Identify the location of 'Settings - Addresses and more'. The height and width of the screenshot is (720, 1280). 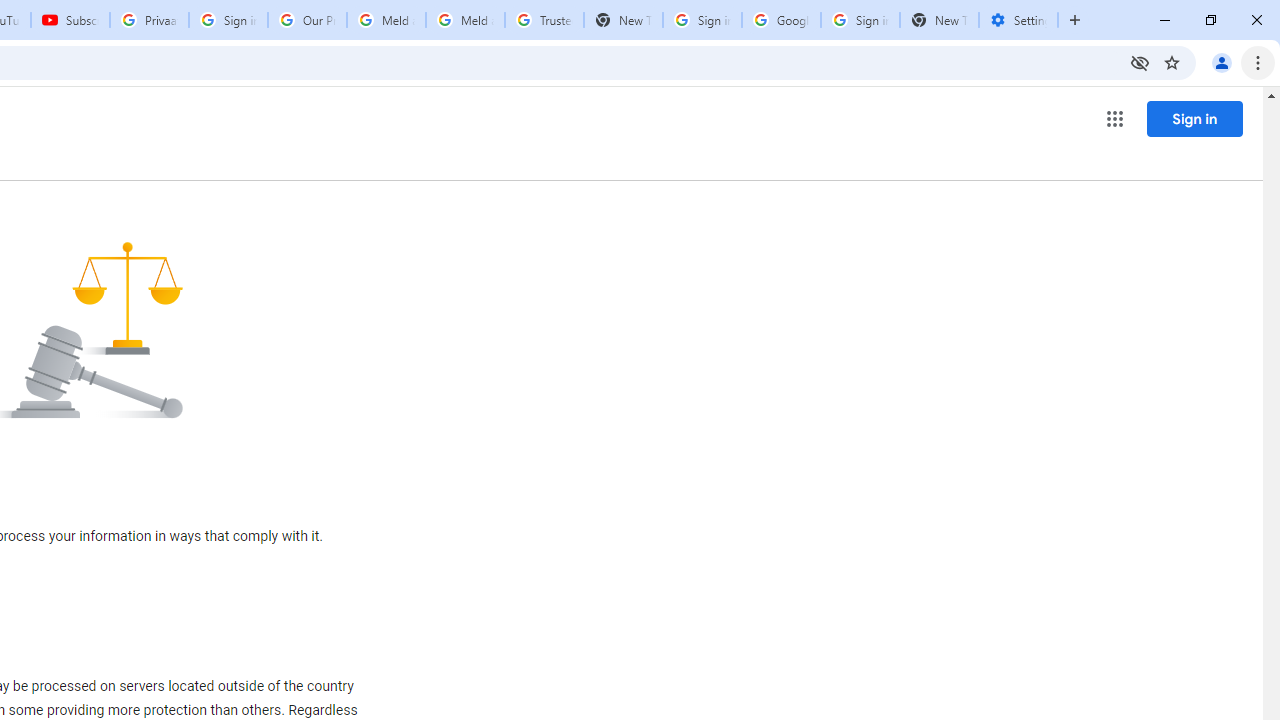
(1018, 20).